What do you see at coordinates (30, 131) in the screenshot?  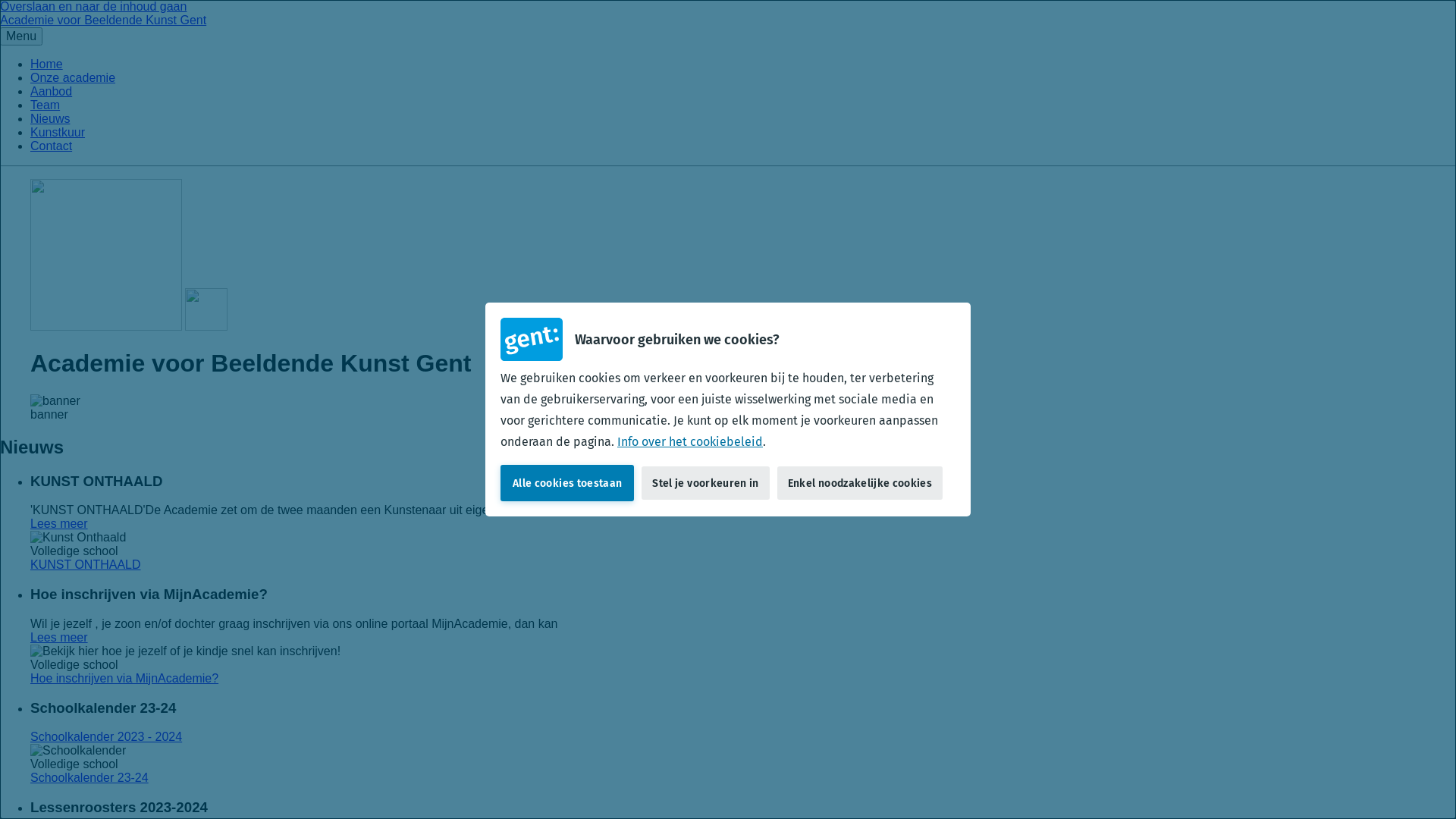 I see `'Kunstkuur'` at bounding box center [30, 131].